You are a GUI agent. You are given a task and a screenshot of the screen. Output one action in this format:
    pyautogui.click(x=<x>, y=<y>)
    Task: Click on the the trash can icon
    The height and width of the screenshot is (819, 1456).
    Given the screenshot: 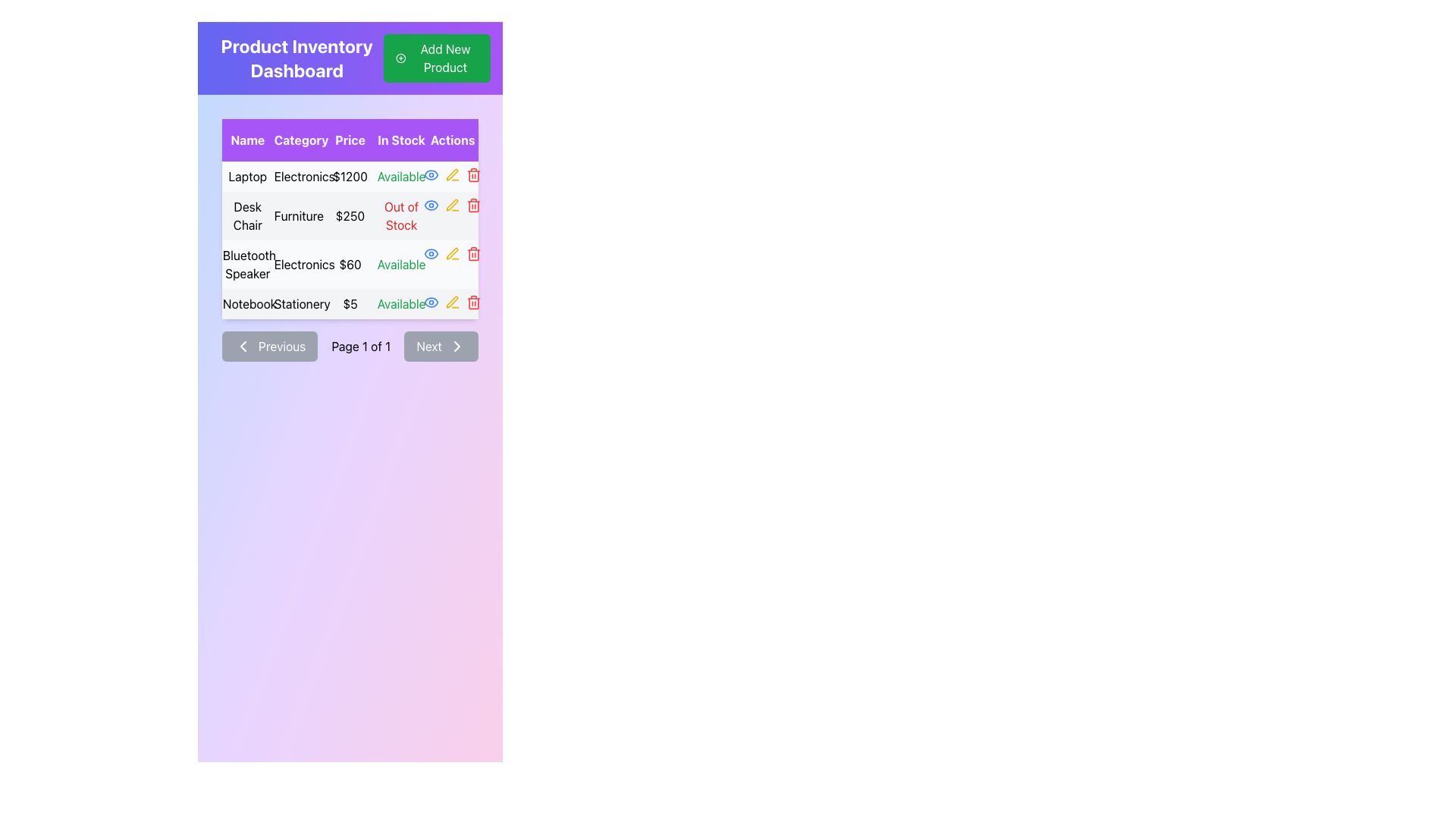 What is the action you would take?
    pyautogui.click(x=473, y=175)
    